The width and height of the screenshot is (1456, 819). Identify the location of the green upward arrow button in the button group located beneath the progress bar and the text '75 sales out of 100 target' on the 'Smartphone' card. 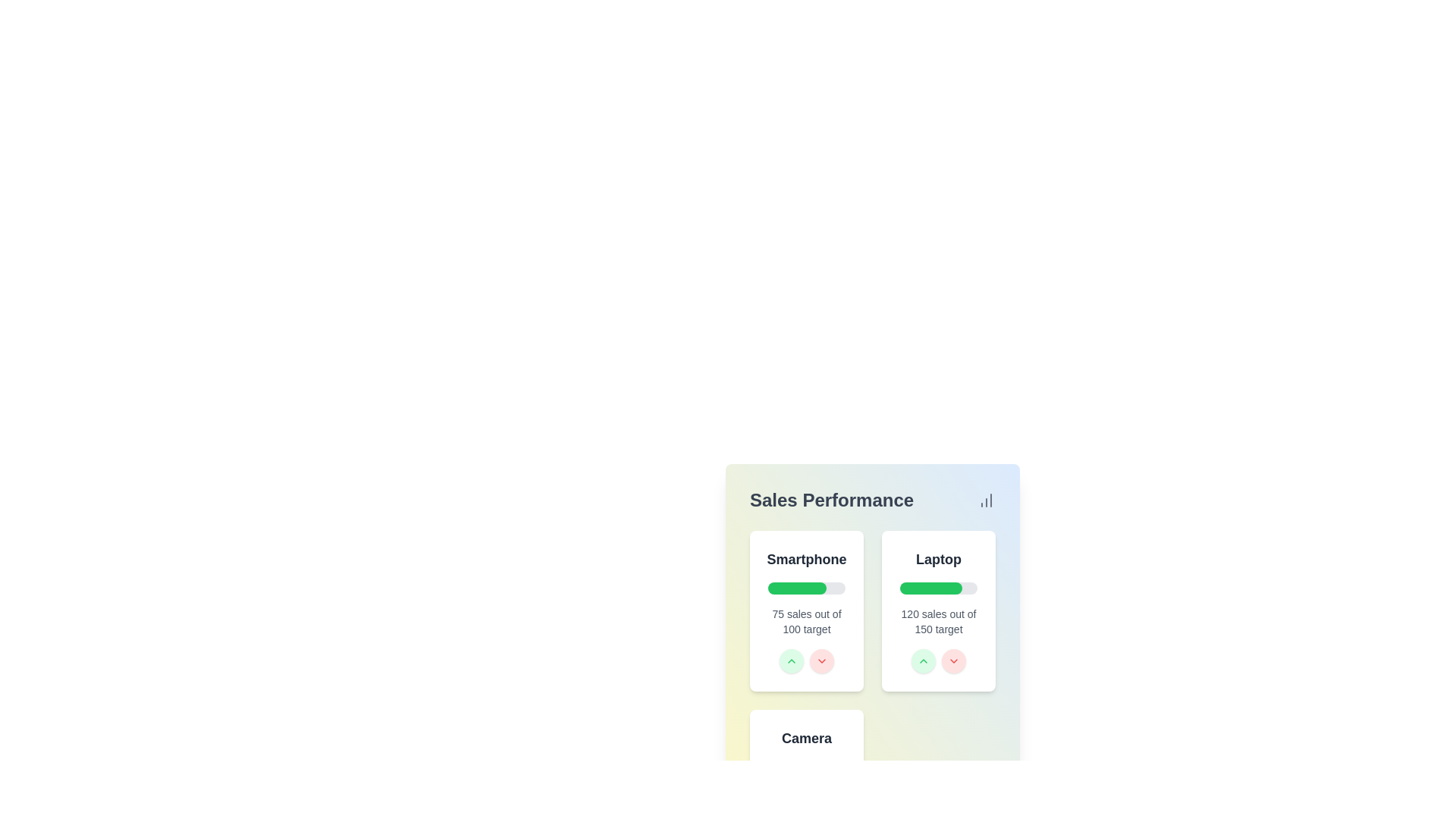
(806, 660).